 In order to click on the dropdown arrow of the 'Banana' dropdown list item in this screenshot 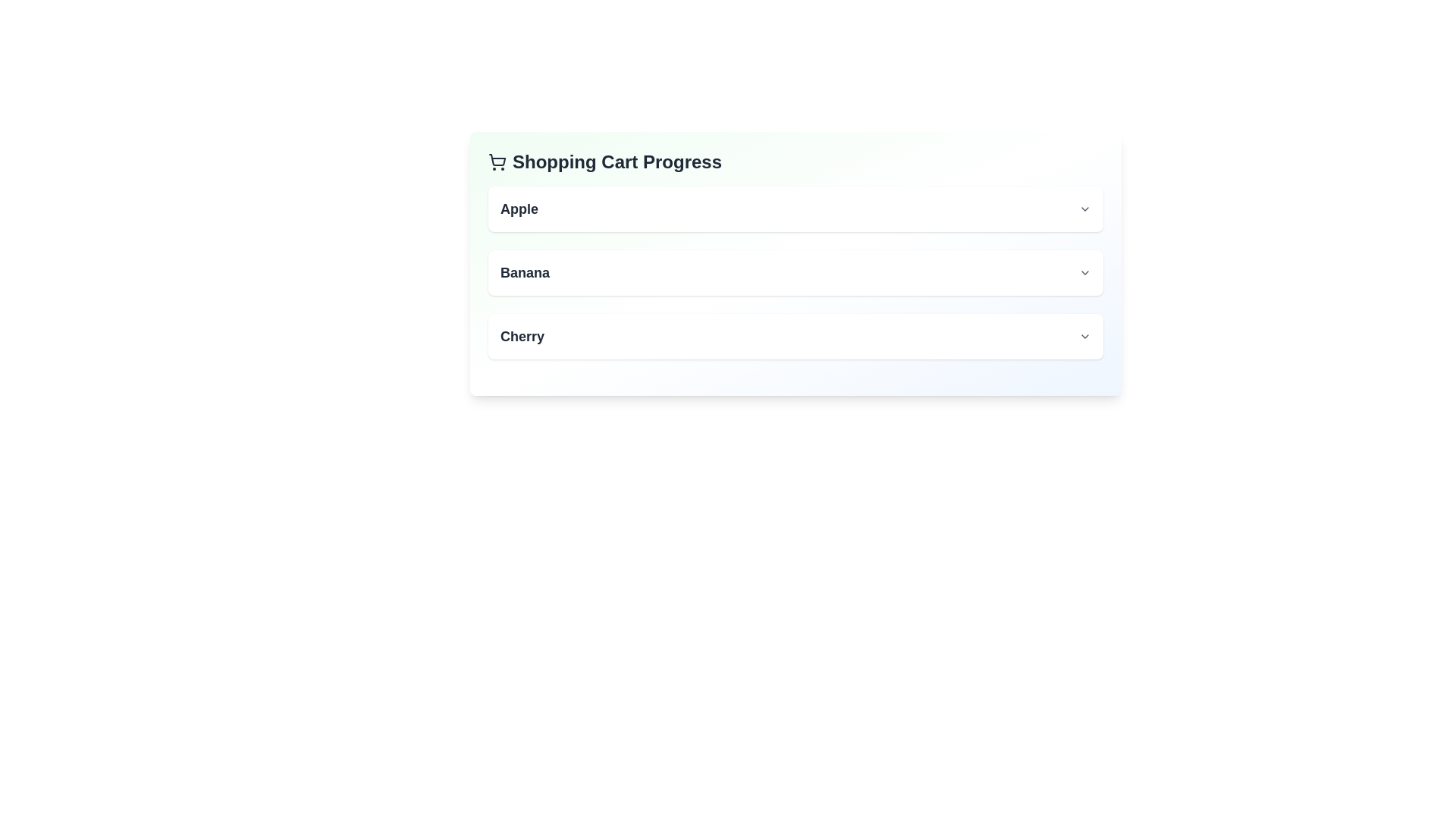, I will do `click(795, 271)`.